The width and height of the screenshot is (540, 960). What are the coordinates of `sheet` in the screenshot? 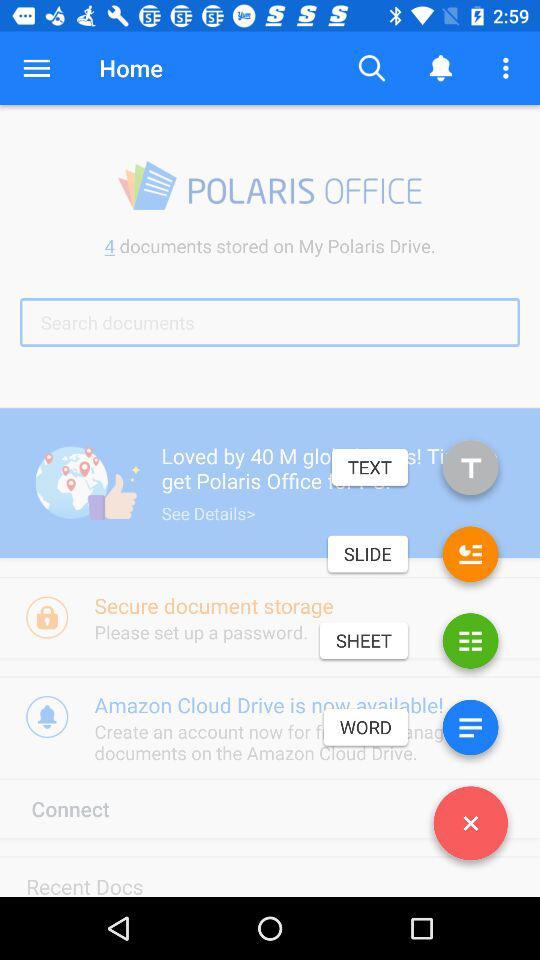 It's located at (470, 644).